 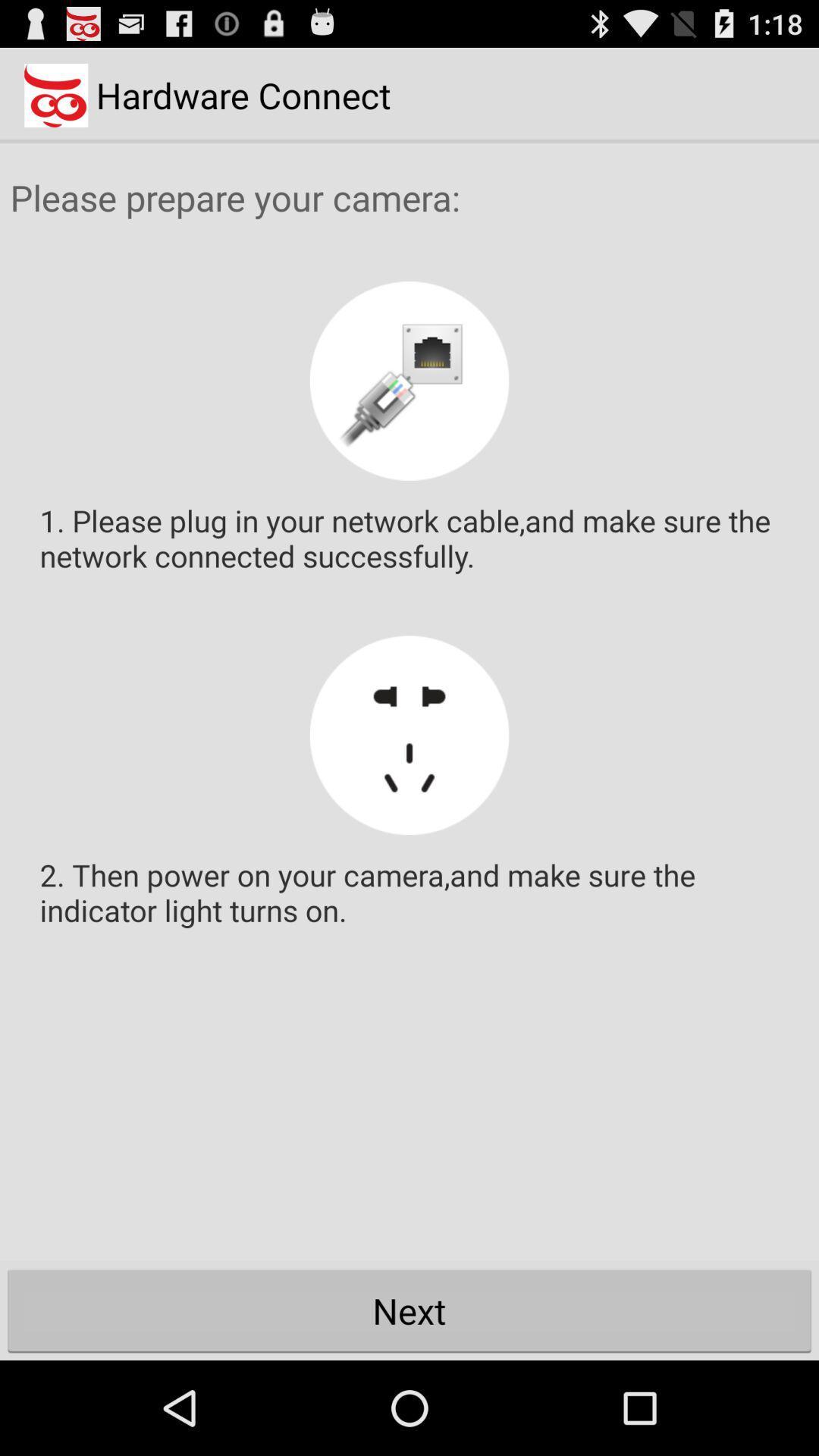 What do you see at coordinates (409, 1310) in the screenshot?
I see `item below the 2 then power item` at bounding box center [409, 1310].